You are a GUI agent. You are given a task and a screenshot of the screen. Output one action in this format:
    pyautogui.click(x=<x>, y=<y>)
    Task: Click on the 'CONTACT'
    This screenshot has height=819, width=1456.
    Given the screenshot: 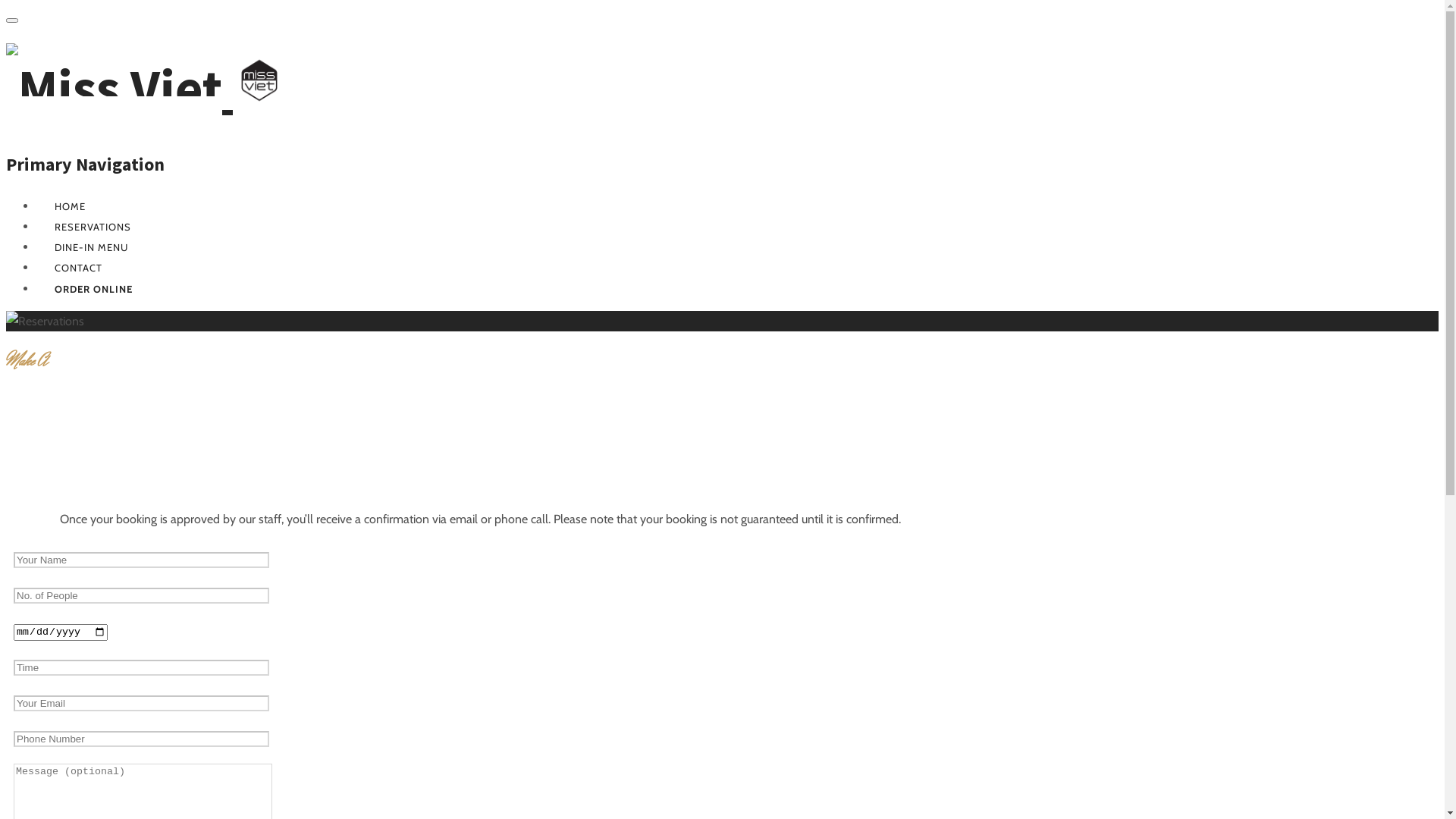 What is the action you would take?
    pyautogui.click(x=77, y=267)
    